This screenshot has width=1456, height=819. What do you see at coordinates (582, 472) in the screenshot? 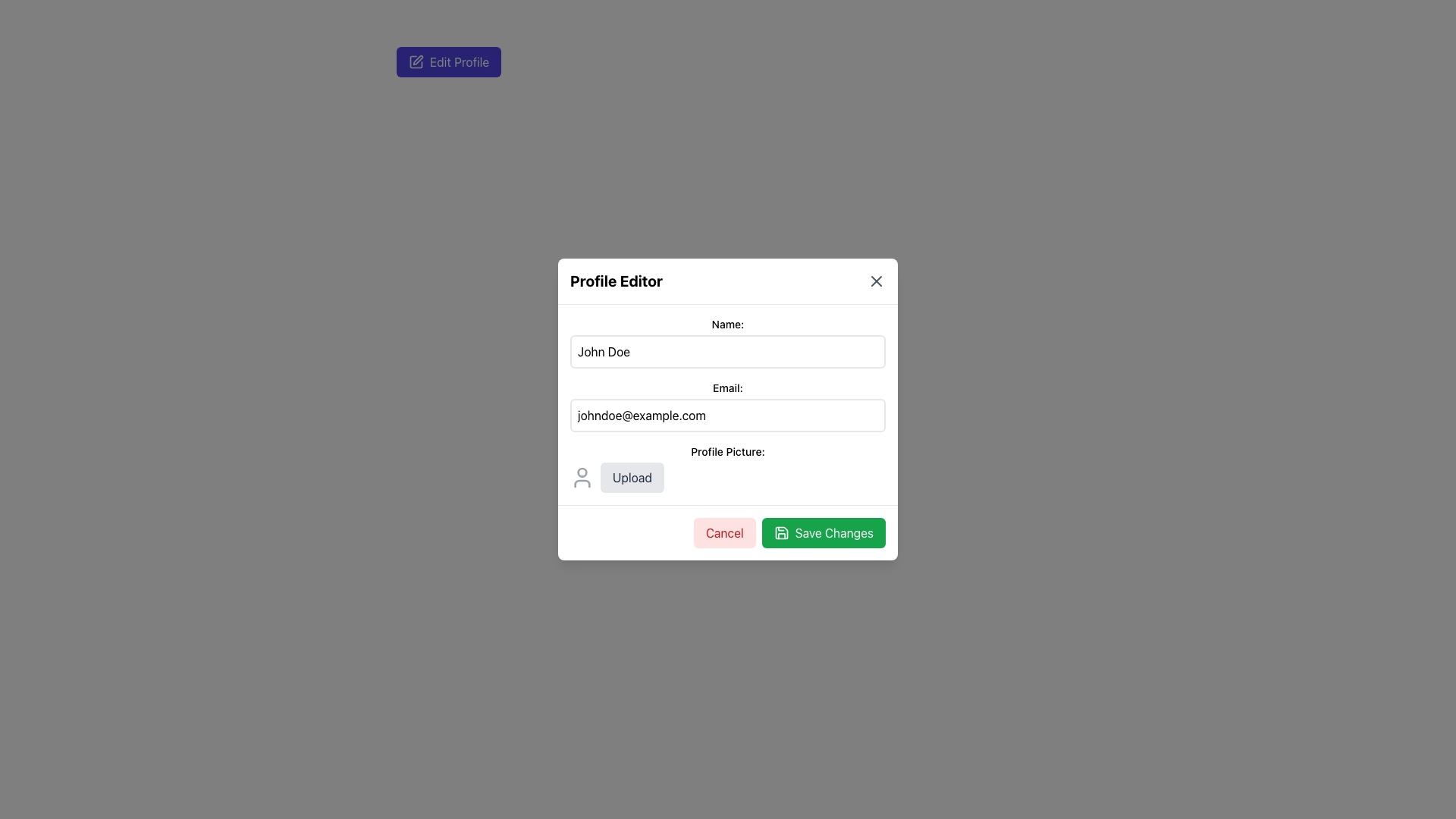
I see `the circular graphic placeholder for the user's profile image located in the top-middle of the profile editor area to interact with it` at bounding box center [582, 472].